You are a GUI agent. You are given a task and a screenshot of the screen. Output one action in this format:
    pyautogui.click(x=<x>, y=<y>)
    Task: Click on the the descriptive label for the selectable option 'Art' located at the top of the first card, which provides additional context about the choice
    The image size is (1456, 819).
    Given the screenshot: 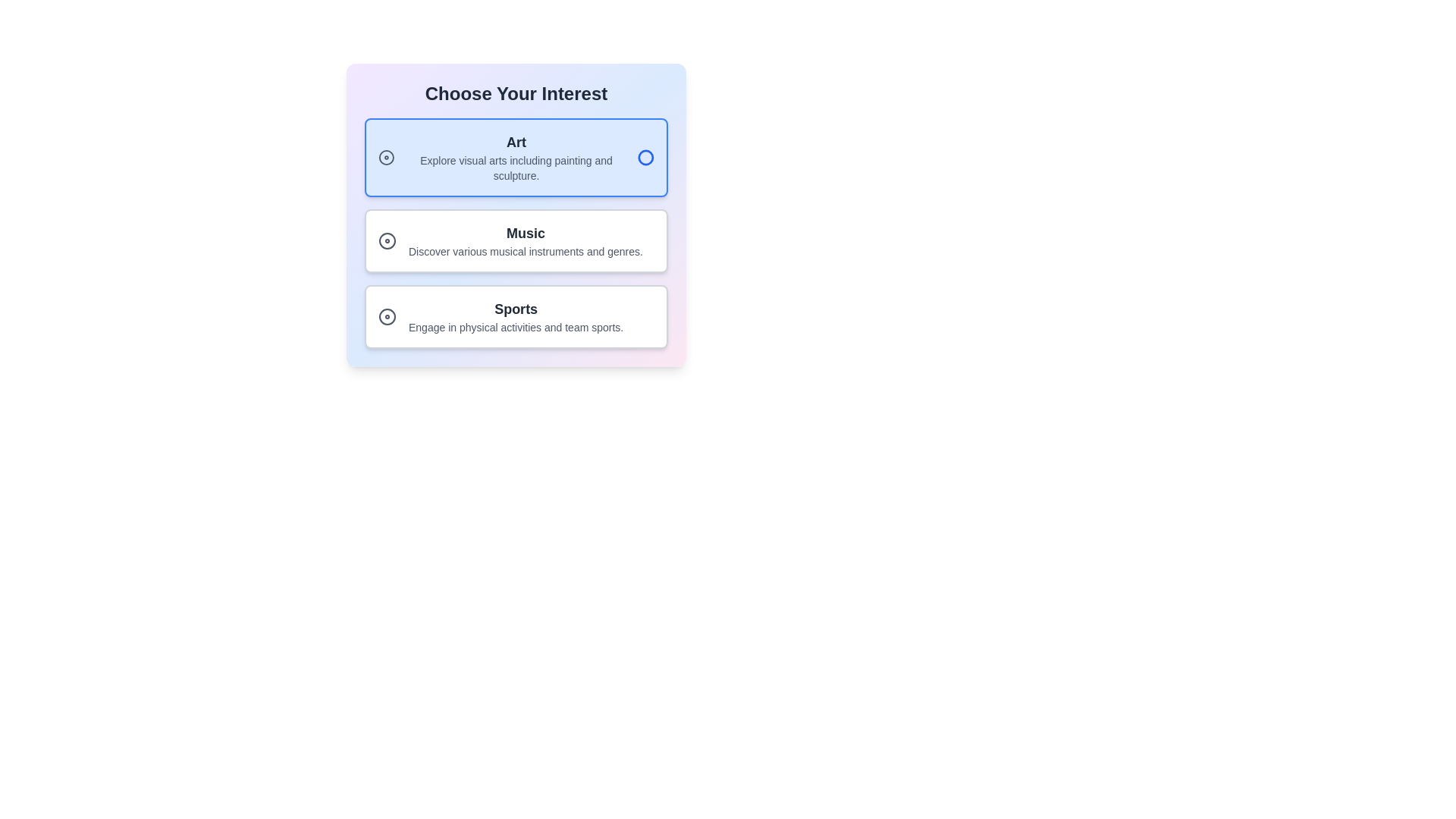 What is the action you would take?
    pyautogui.click(x=516, y=158)
    